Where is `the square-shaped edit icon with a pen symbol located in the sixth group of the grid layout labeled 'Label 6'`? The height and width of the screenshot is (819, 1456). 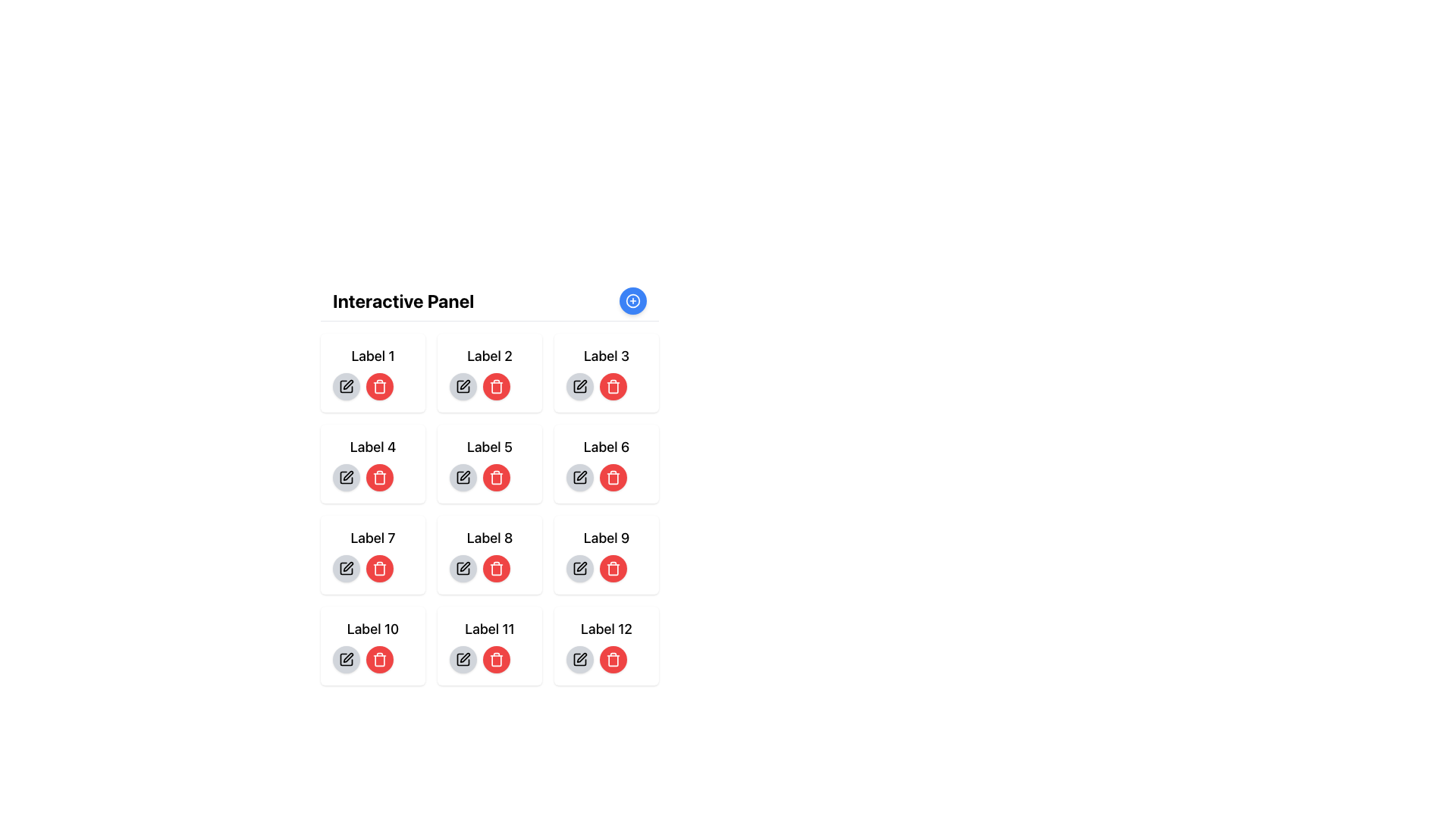 the square-shaped edit icon with a pen symbol located in the sixth group of the grid layout labeled 'Label 6' is located at coordinates (579, 476).